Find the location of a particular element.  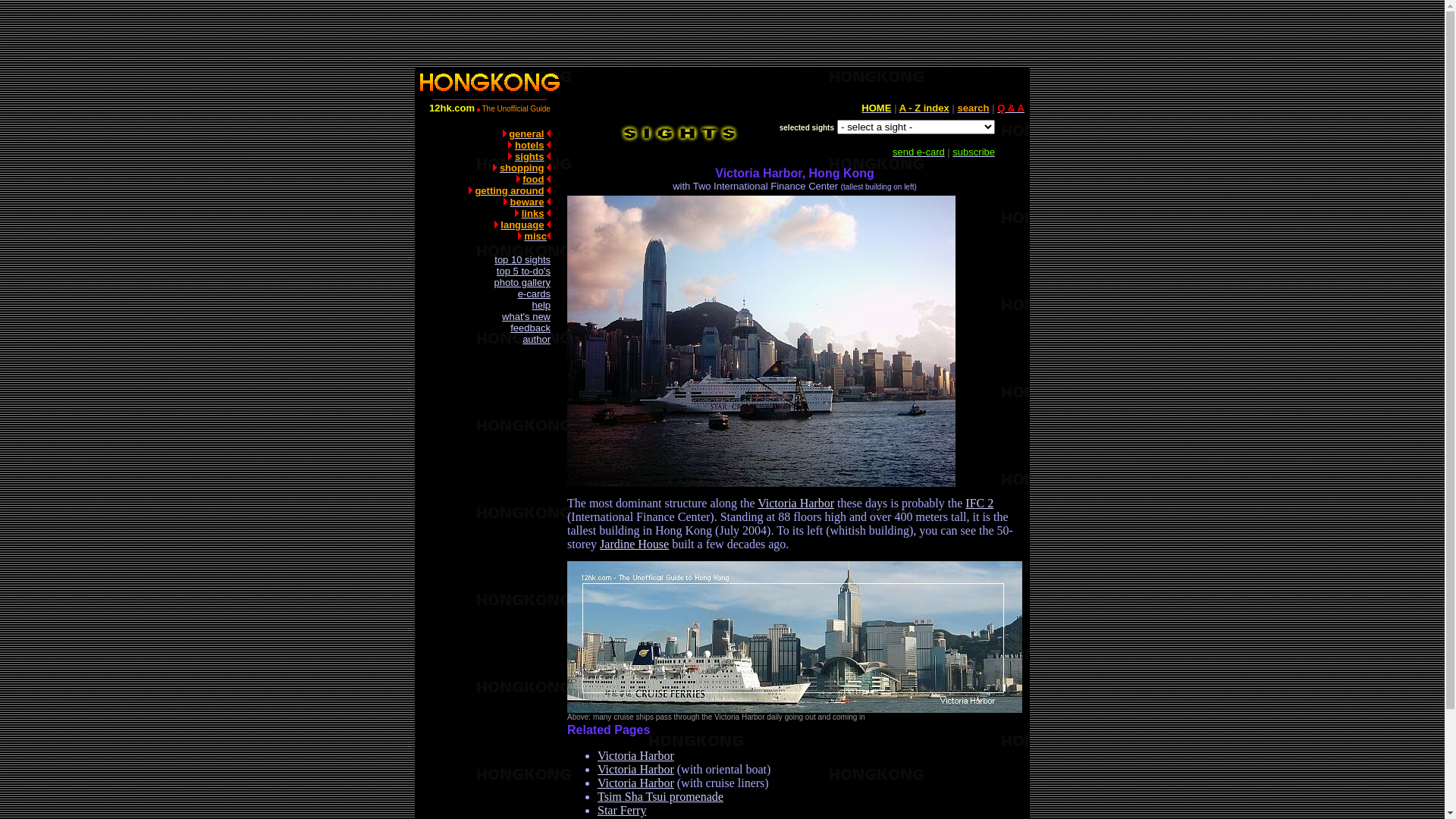

'Victoria Harbor' is located at coordinates (635, 755).